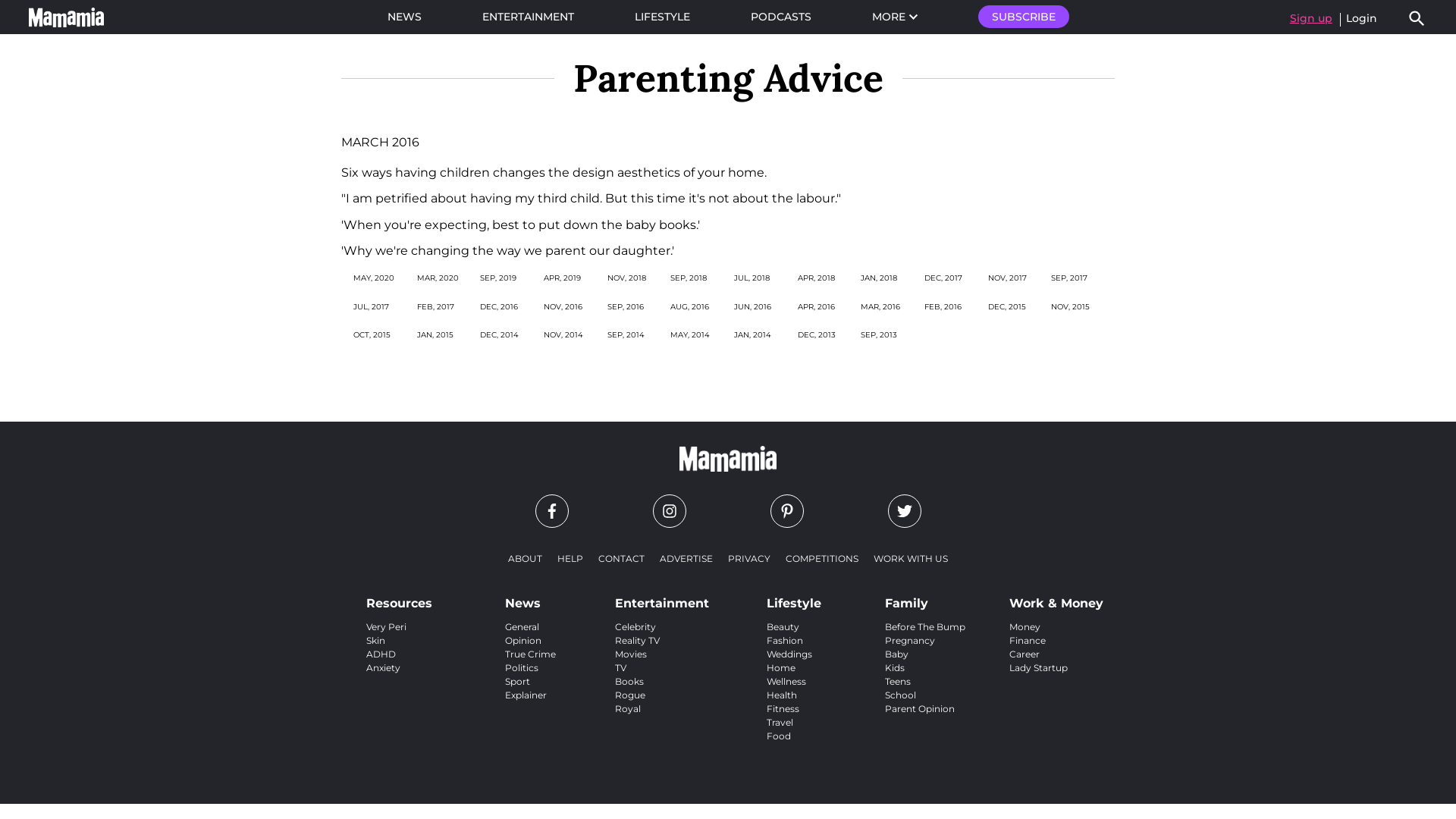 This screenshot has height=819, width=1456. What do you see at coordinates (1023, 17) in the screenshot?
I see `'SUBSCRIBE` at bounding box center [1023, 17].